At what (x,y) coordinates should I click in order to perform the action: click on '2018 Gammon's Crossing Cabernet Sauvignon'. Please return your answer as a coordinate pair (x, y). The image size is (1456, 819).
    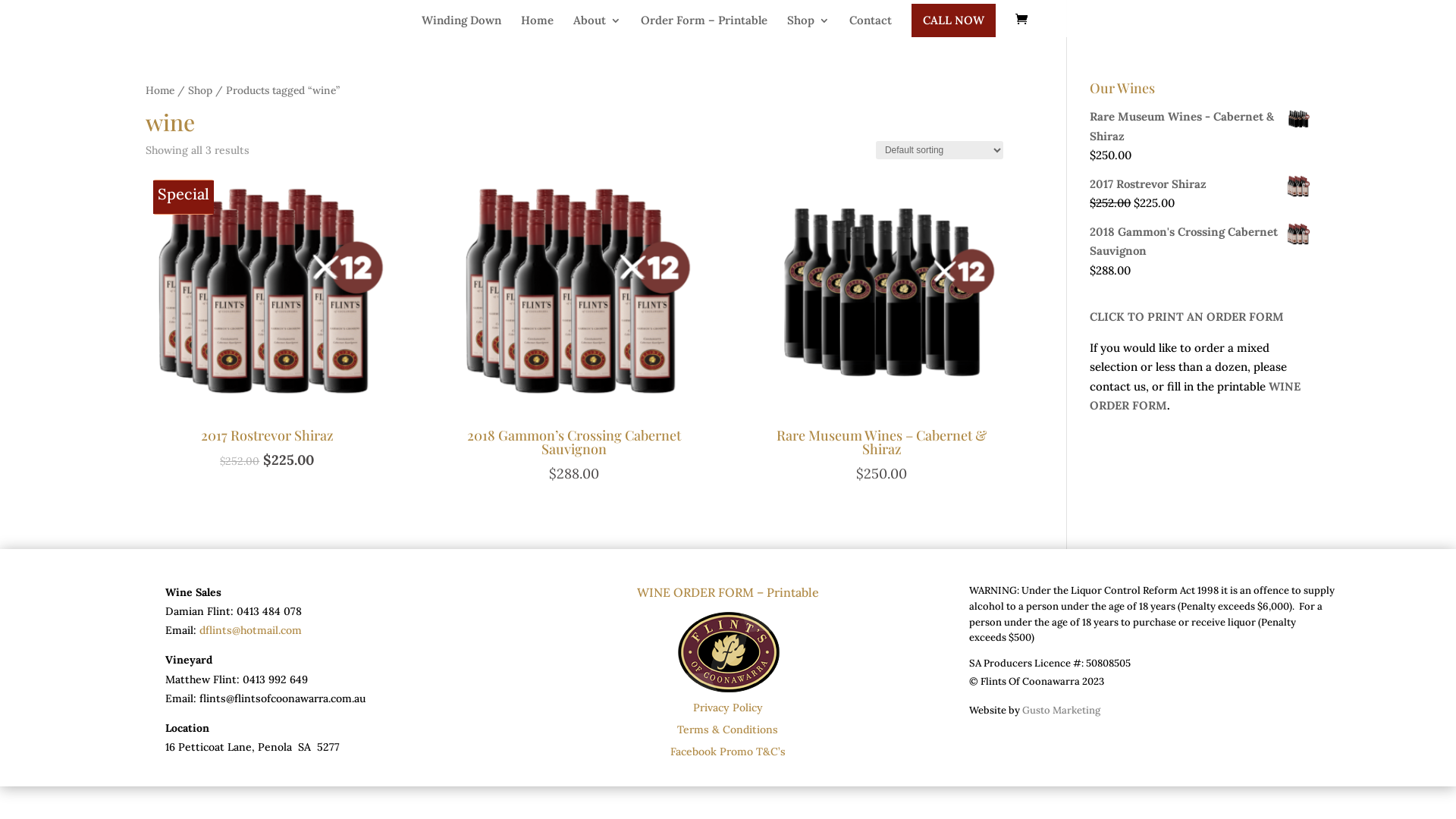
    Looking at the image, I should click on (1199, 240).